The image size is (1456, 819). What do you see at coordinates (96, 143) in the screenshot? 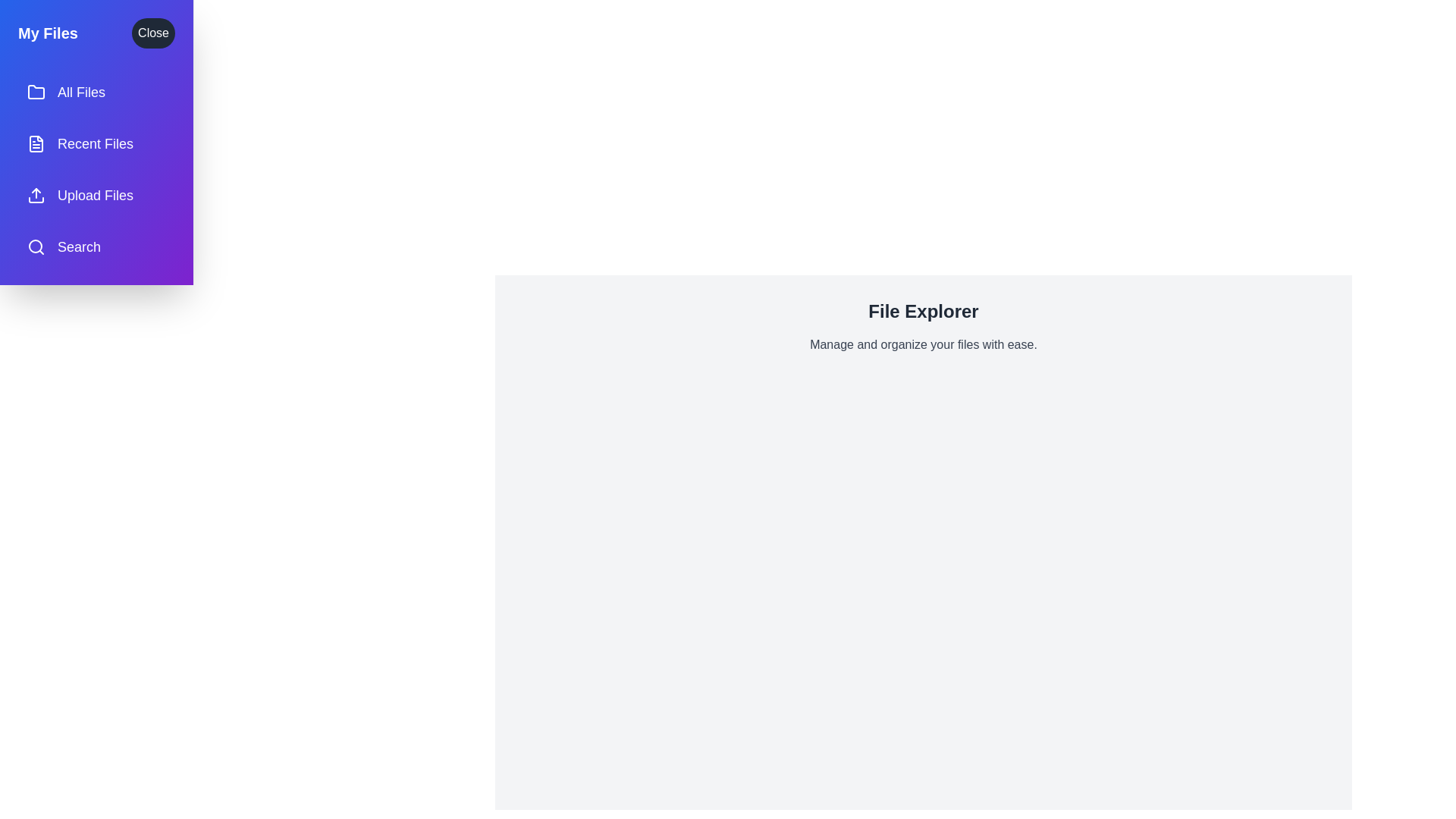
I see `the menu item labeled Recent Files` at bounding box center [96, 143].